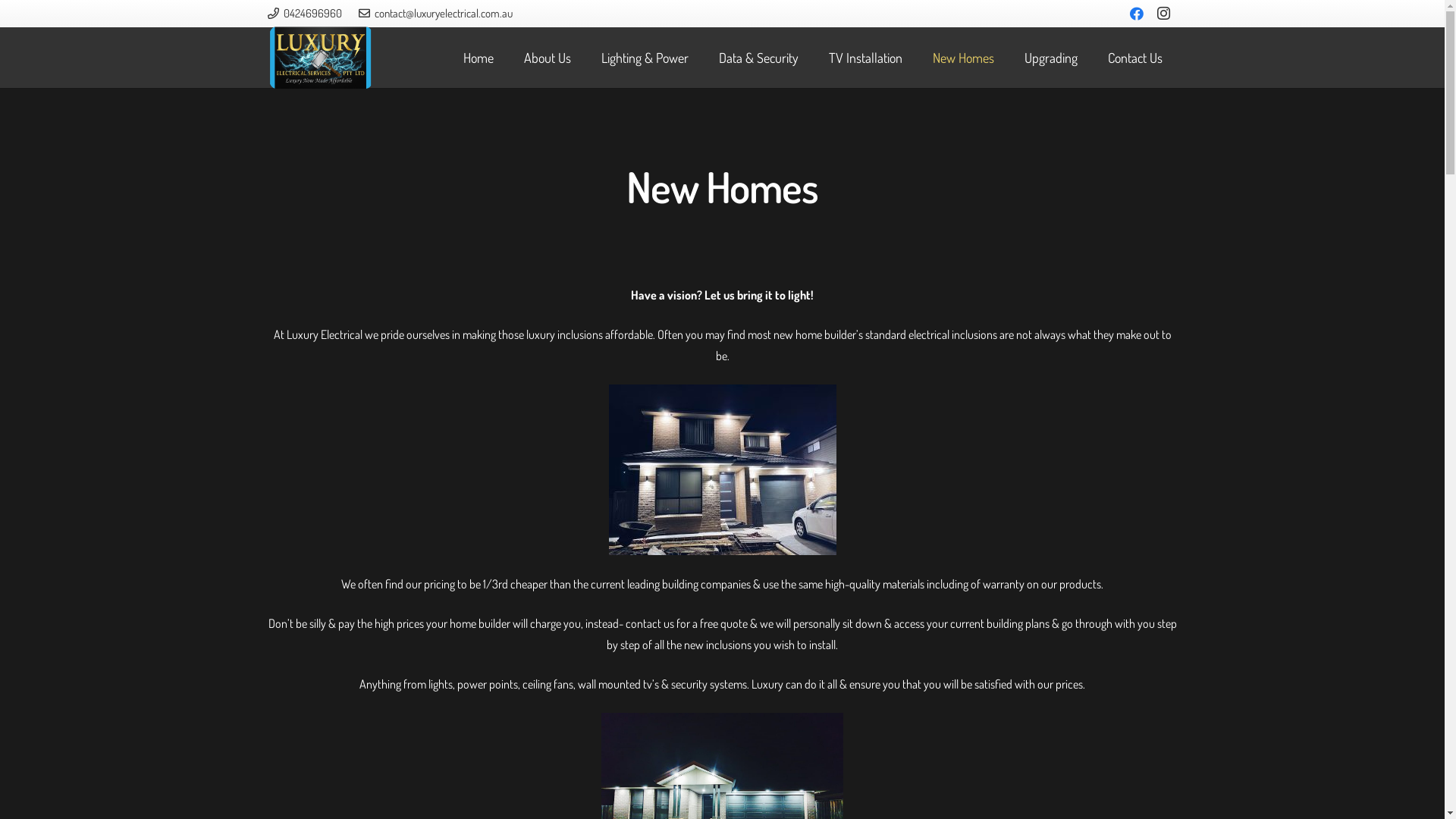 Image resolution: width=1456 pixels, height=819 pixels. I want to click on 'Upgrading', so click(1050, 57).